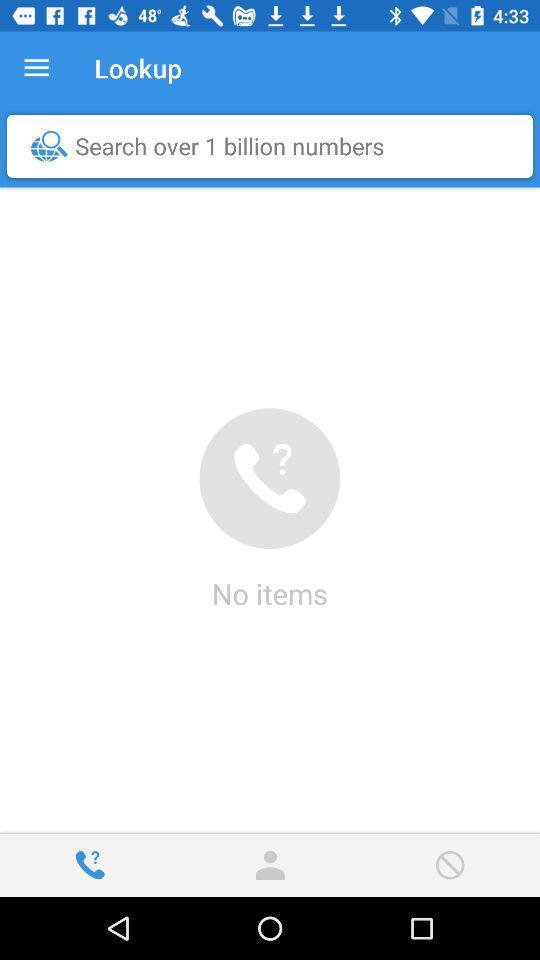 The image size is (540, 960). I want to click on item next to the lookup, so click(36, 68).